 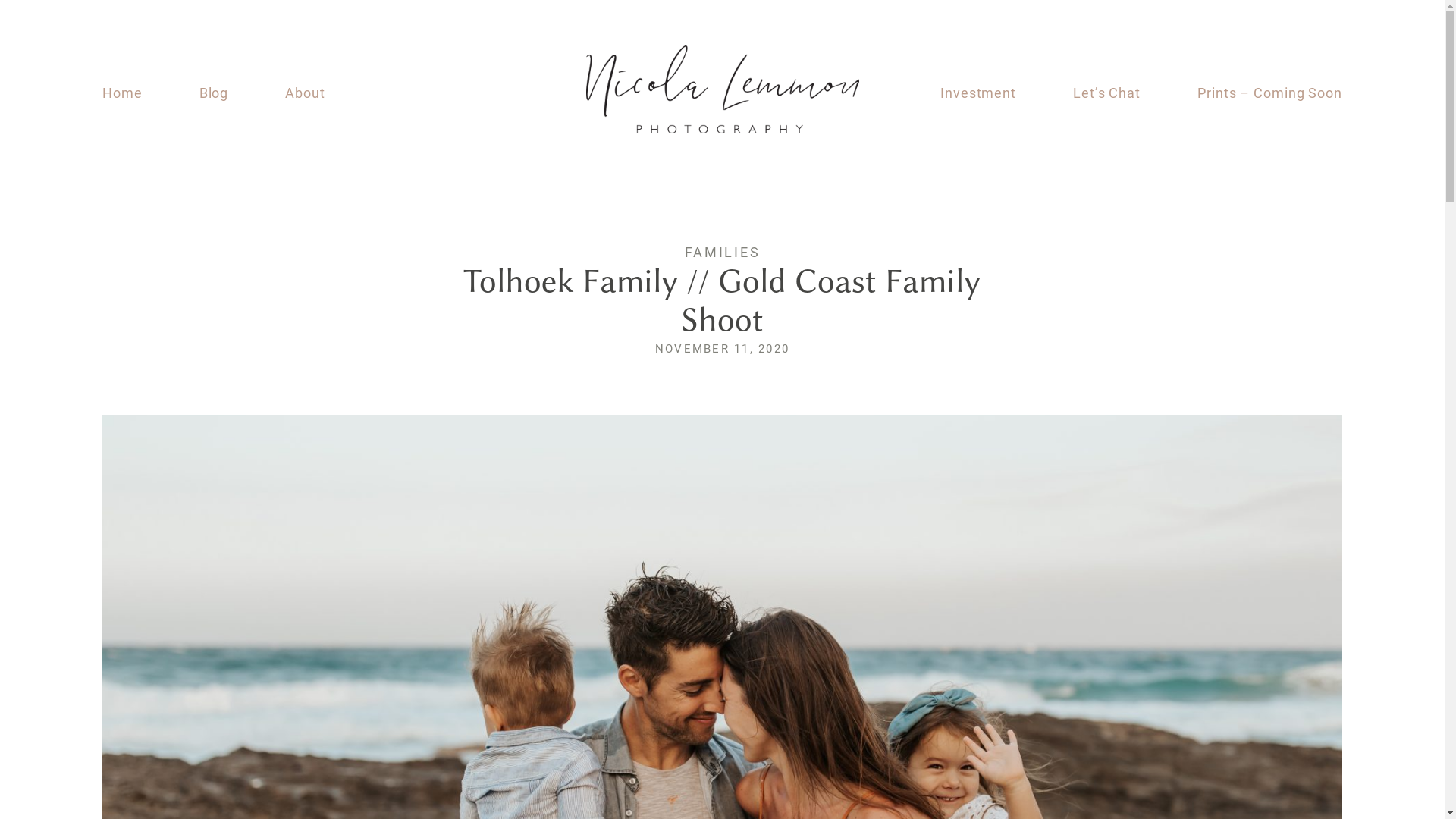 I want to click on 'FAMILIES', so click(x=722, y=251).